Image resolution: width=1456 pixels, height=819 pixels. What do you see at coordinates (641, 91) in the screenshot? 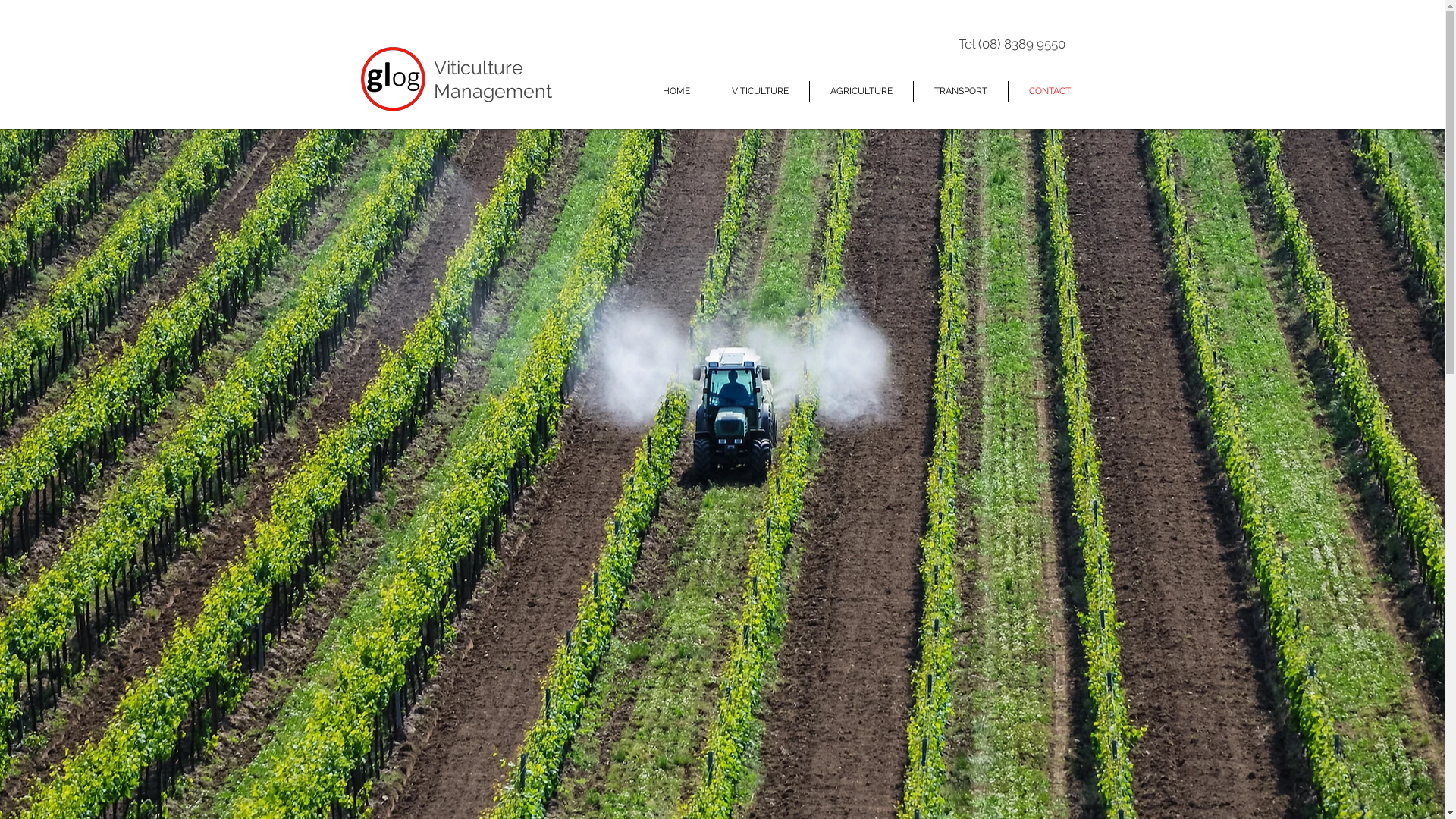
I see `'HOME'` at bounding box center [641, 91].